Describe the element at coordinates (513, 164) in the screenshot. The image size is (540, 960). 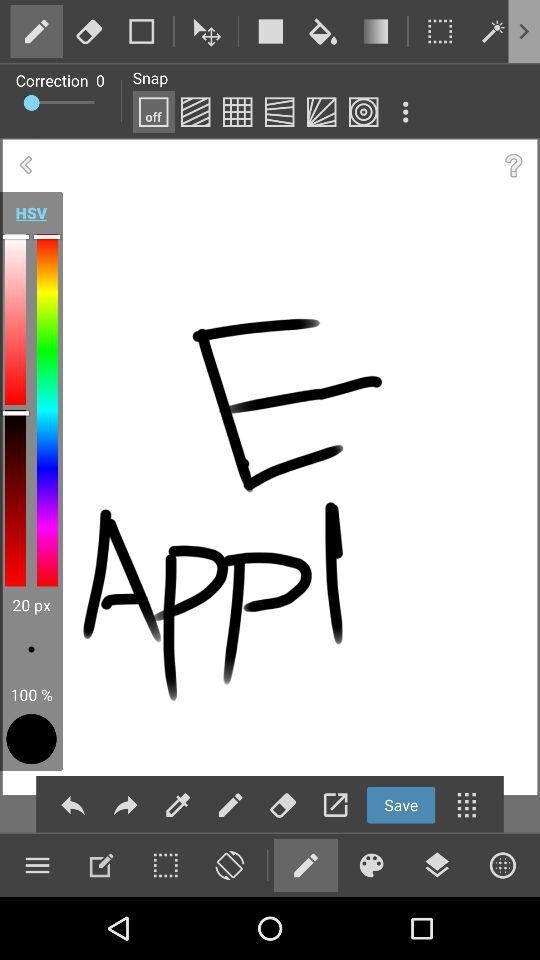
I see `the help icon` at that location.